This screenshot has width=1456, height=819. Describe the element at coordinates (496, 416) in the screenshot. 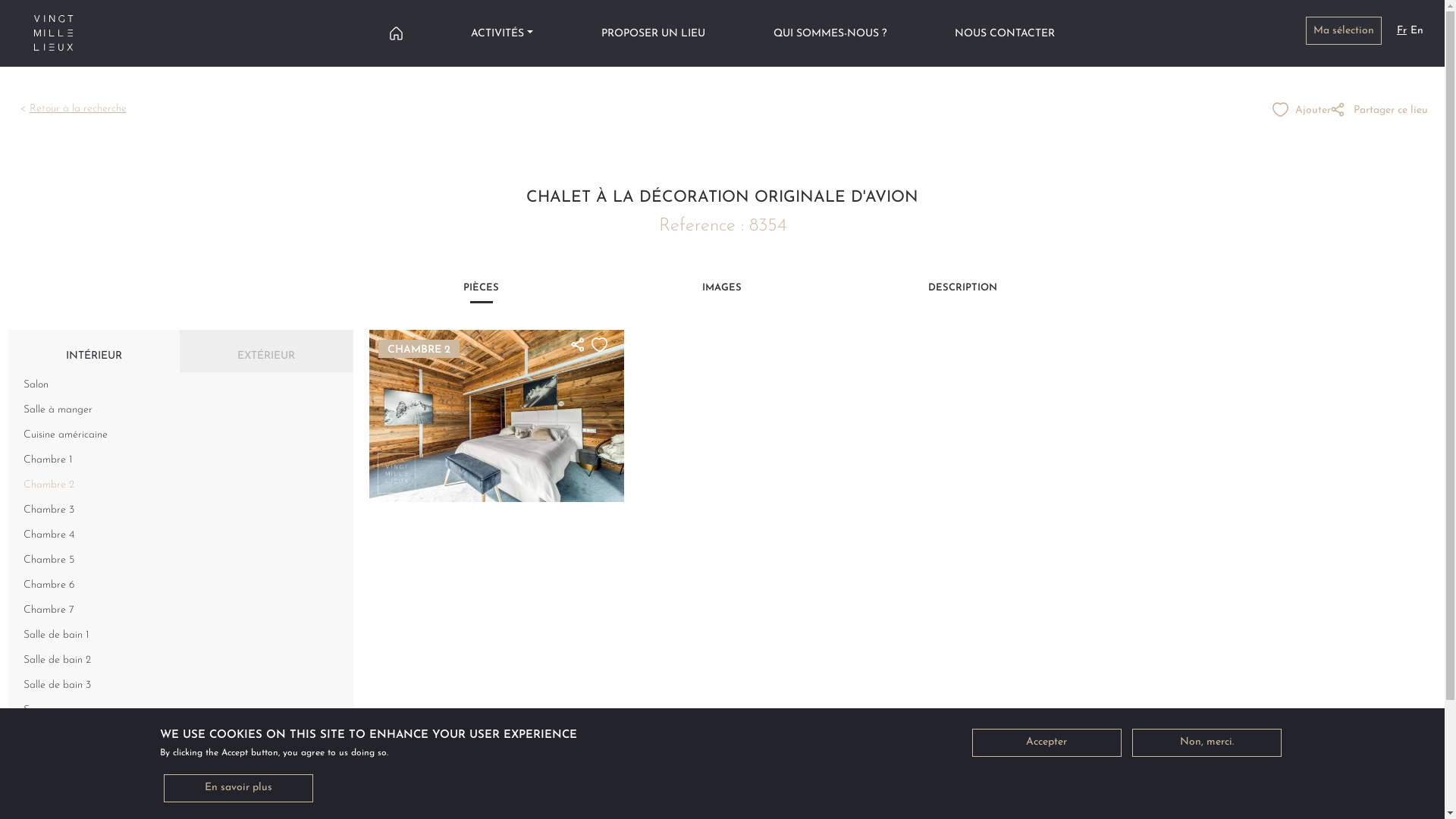

I see `'Image` at that location.